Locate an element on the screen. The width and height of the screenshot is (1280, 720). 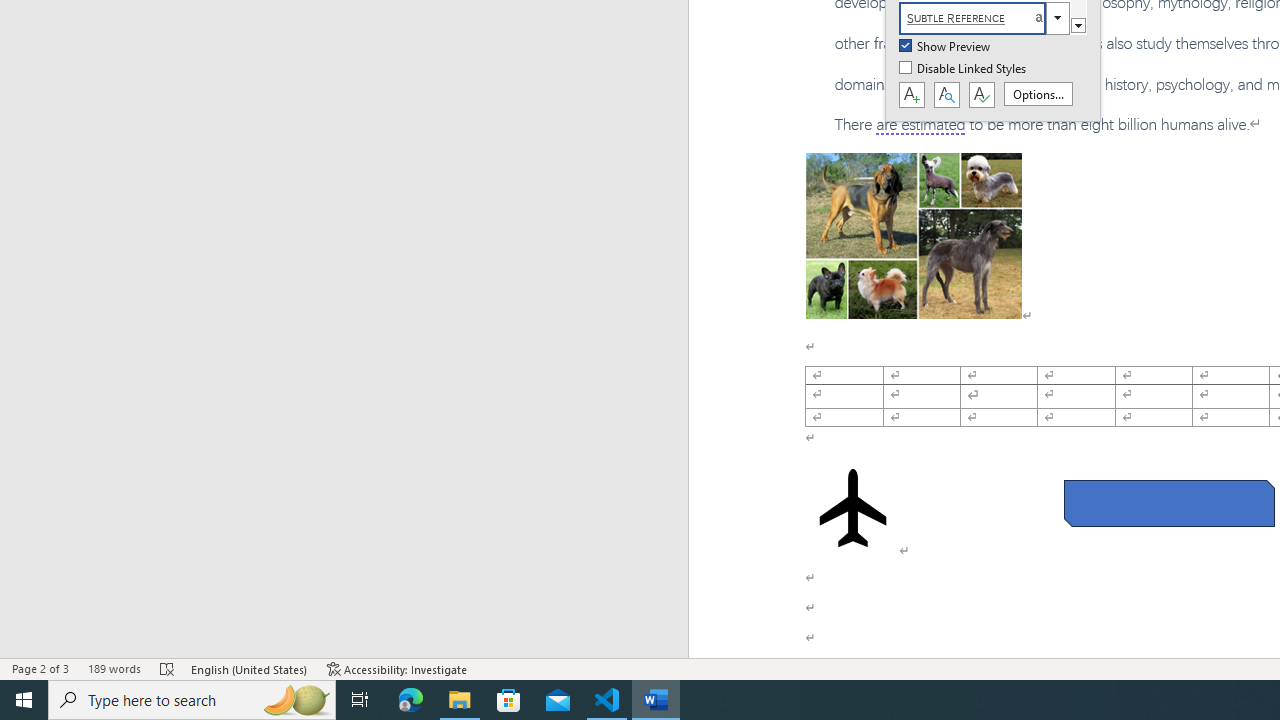
'Options...' is located at coordinates (1038, 93).